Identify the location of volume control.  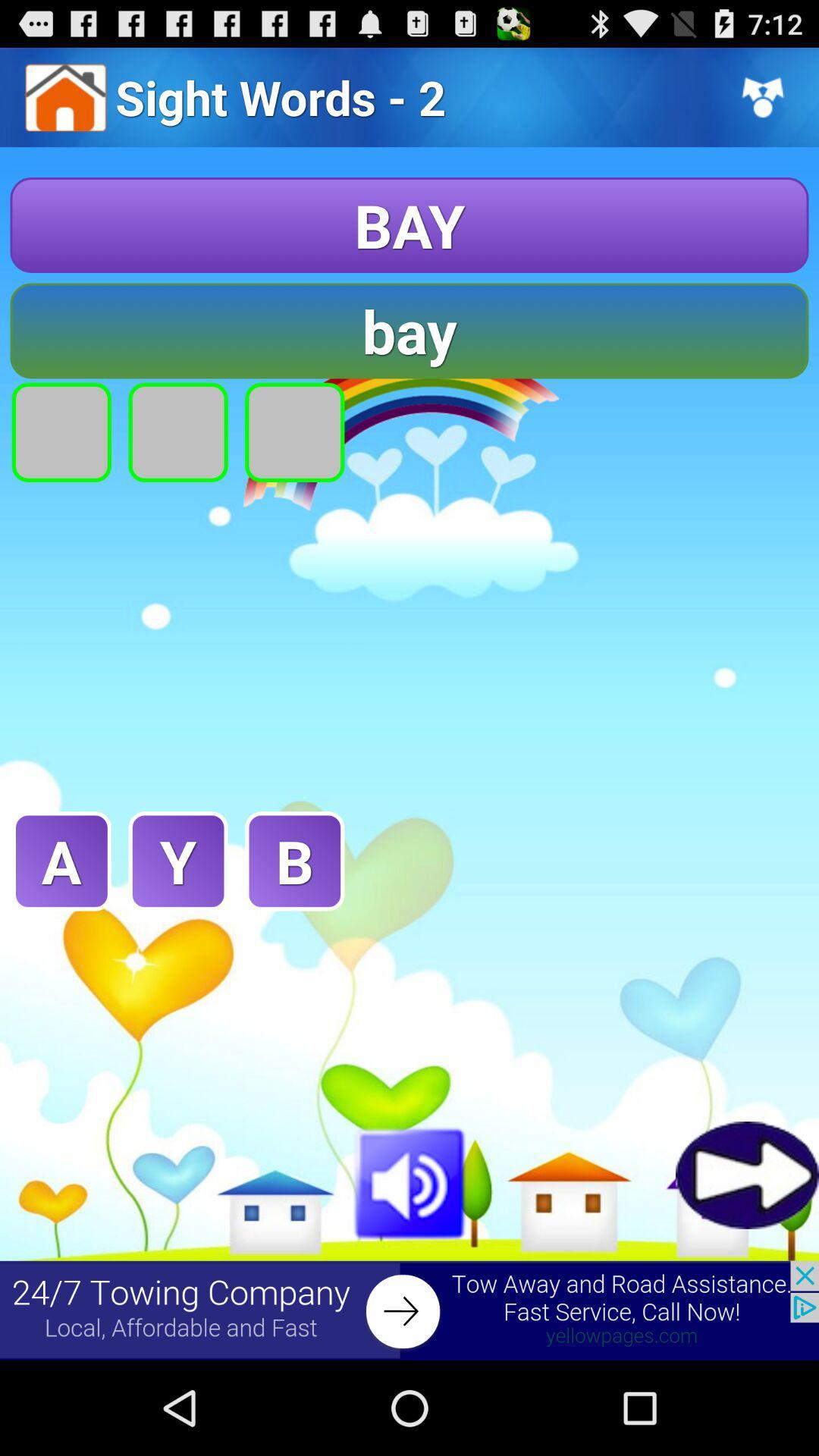
(409, 1180).